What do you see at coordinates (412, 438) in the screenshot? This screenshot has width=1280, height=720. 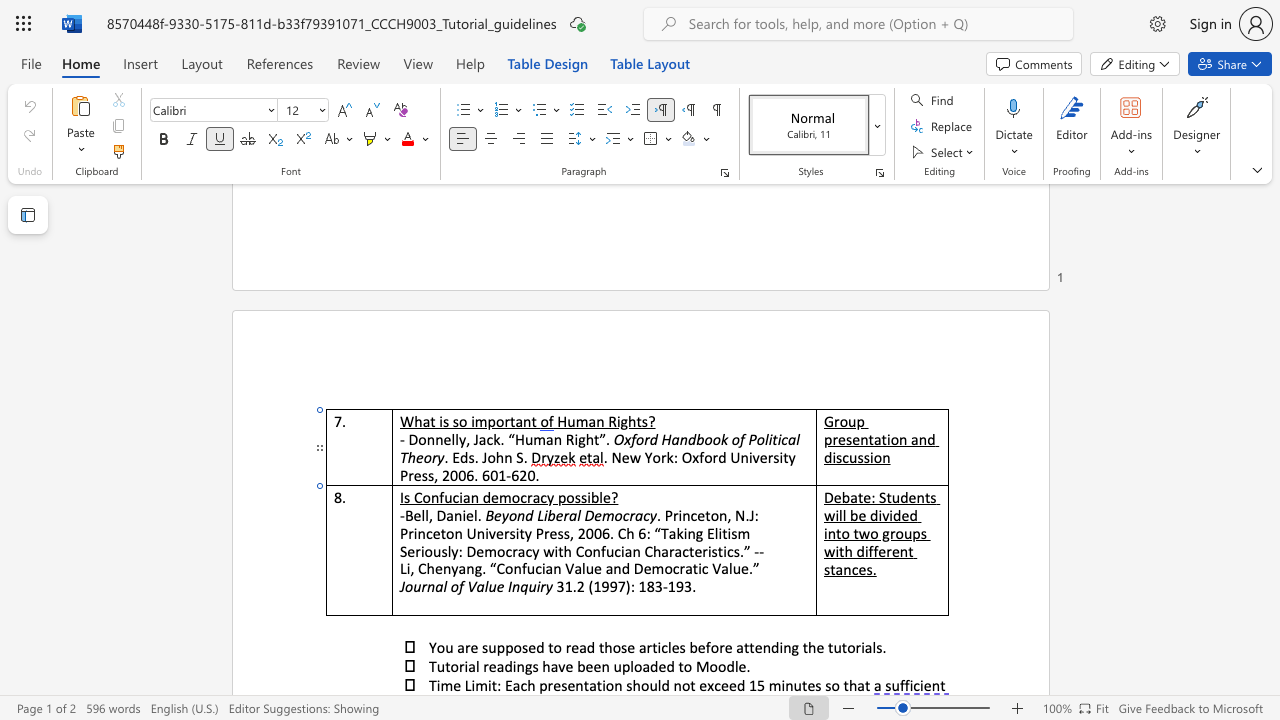 I see `the 1th character "D" in the text` at bounding box center [412, 438].